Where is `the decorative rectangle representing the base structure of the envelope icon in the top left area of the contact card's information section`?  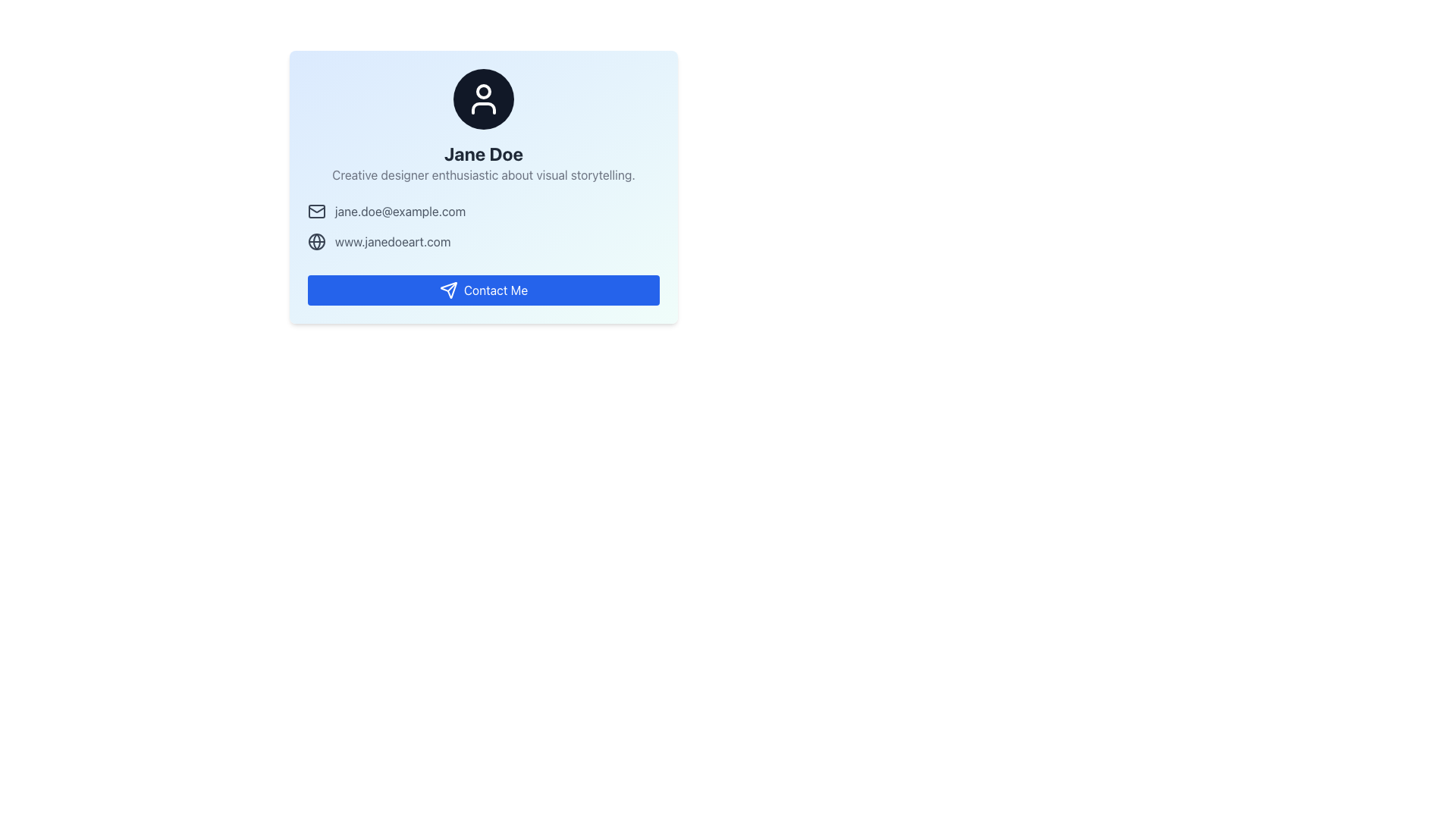 the decorative rectangle representing the base structure of the envelope icon in the top left area of the contact card's information section is located at coordinates (315, 211).